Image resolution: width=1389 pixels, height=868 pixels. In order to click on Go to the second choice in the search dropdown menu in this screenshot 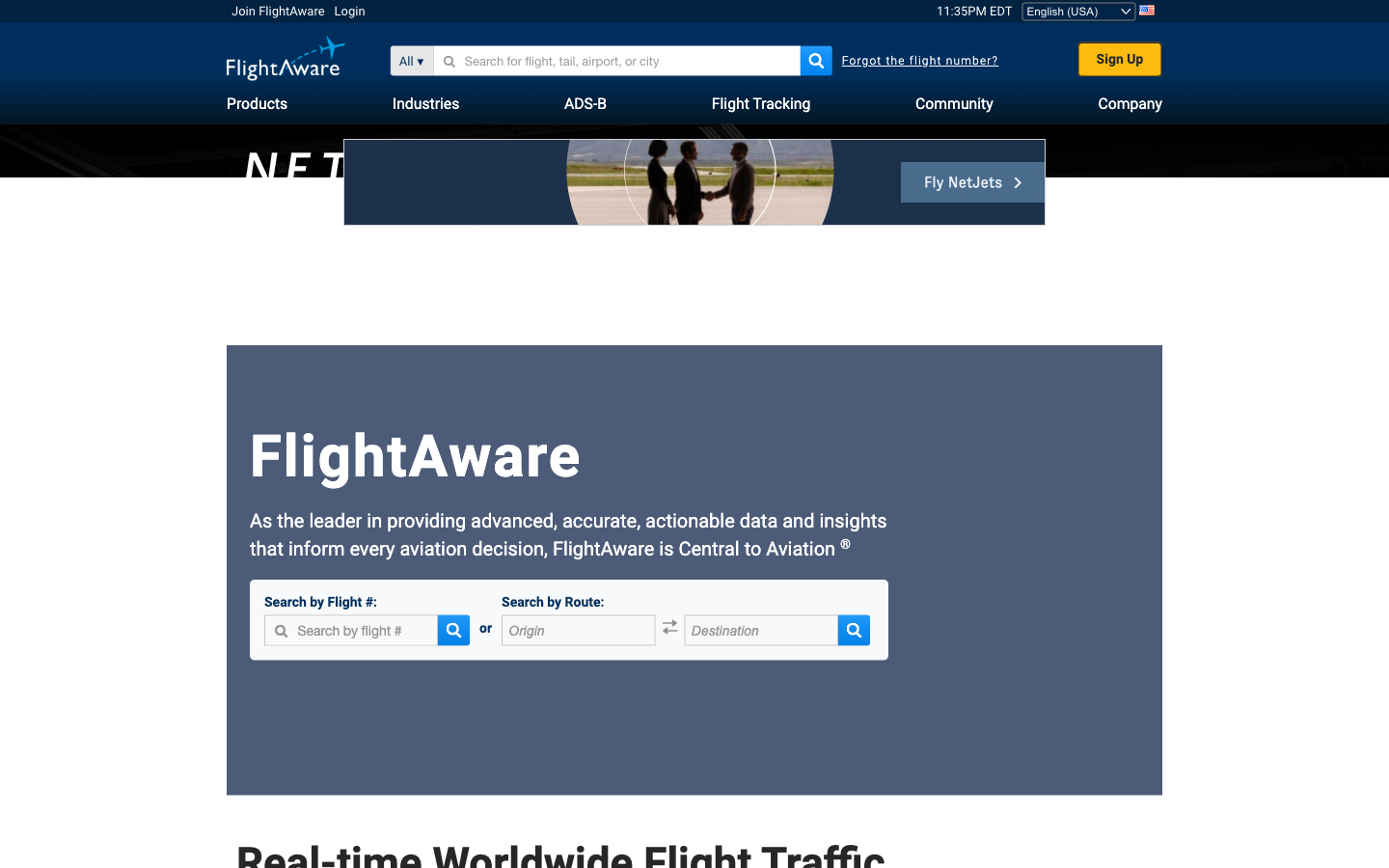, I will do `click(457, 60)`.